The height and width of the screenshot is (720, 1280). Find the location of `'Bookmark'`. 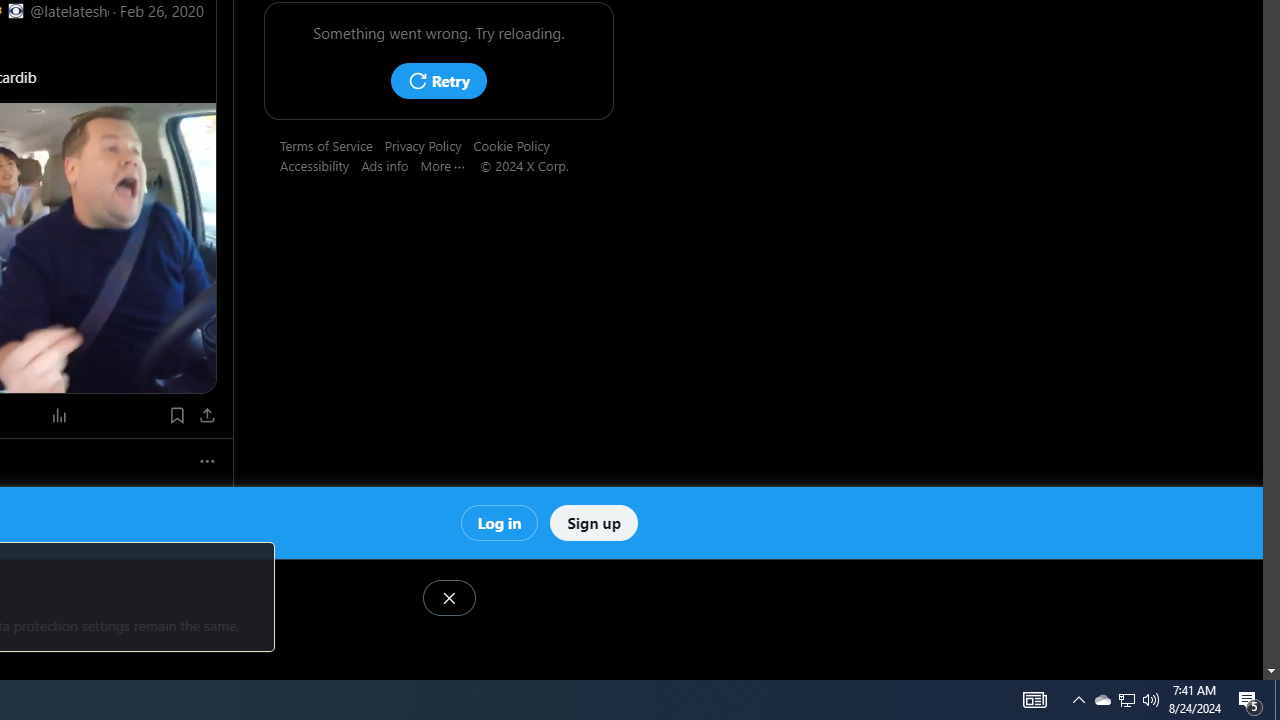

'Bookmark' is located at coordinates (176, 414).